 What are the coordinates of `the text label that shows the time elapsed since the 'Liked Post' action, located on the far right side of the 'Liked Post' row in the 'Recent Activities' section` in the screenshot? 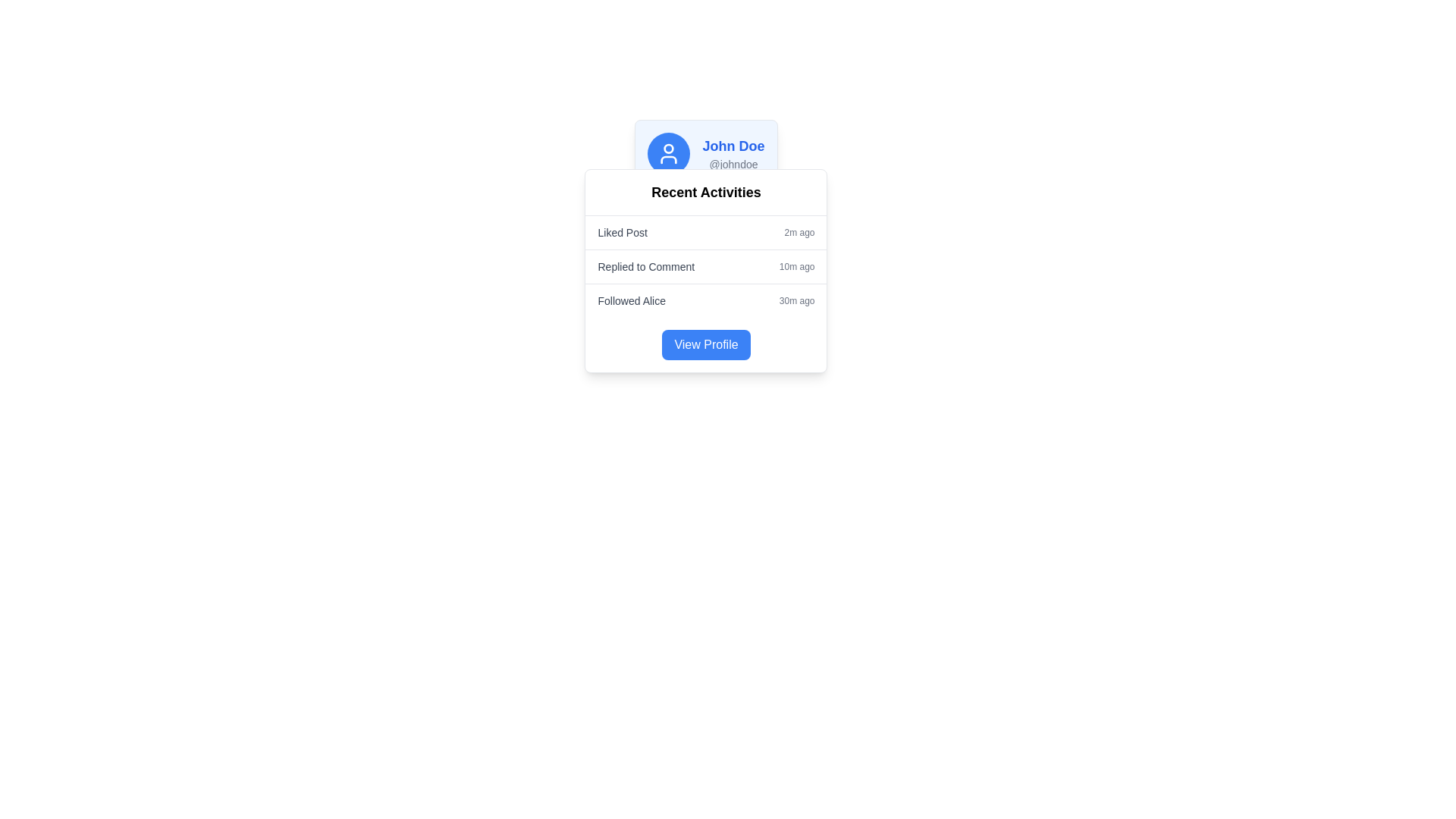 It's located at (799, 233).